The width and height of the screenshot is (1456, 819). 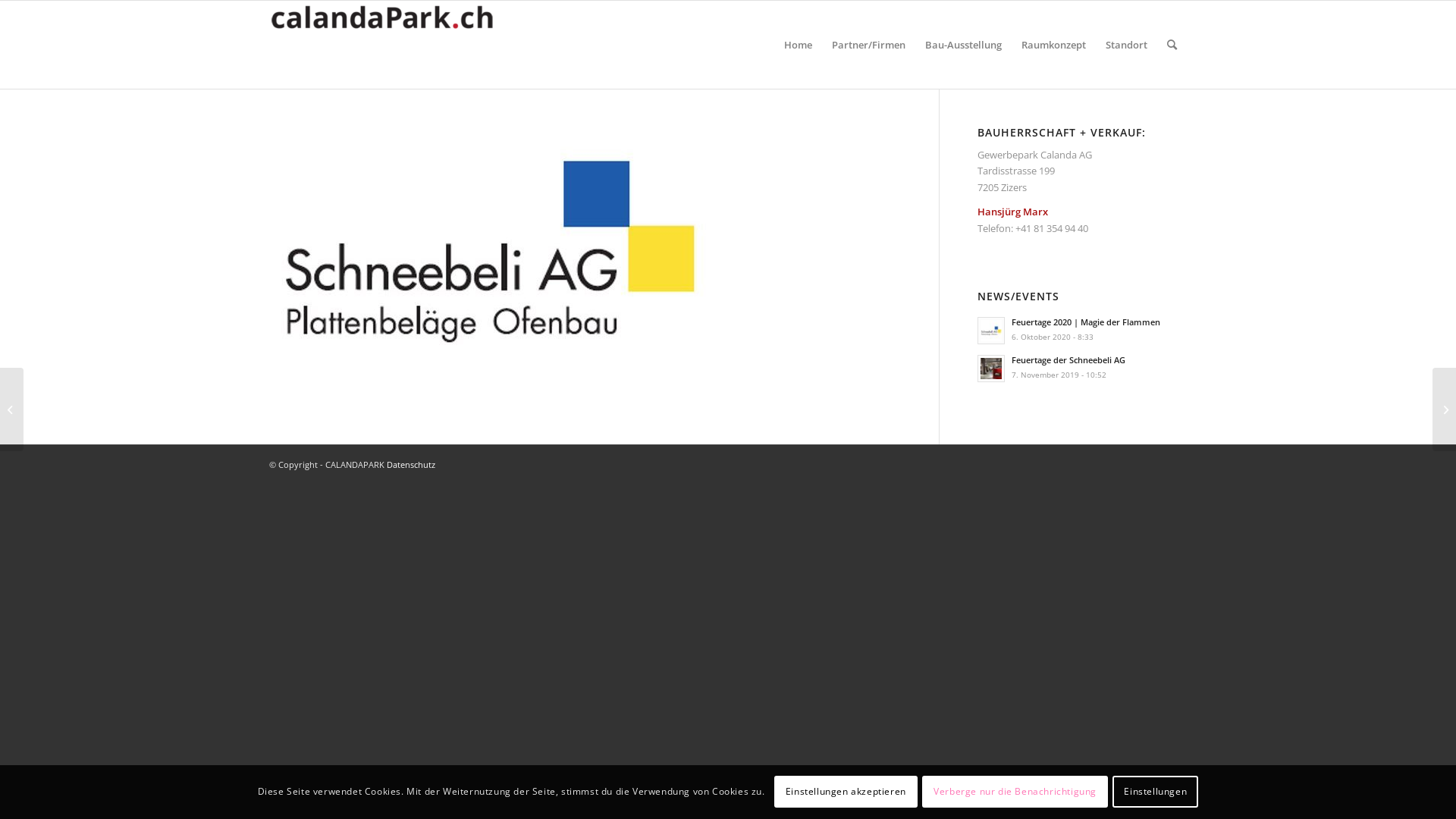 I want to click on 'Read: Feuertage 2020 | Magie der Flammen', so click(x=990, y=329).